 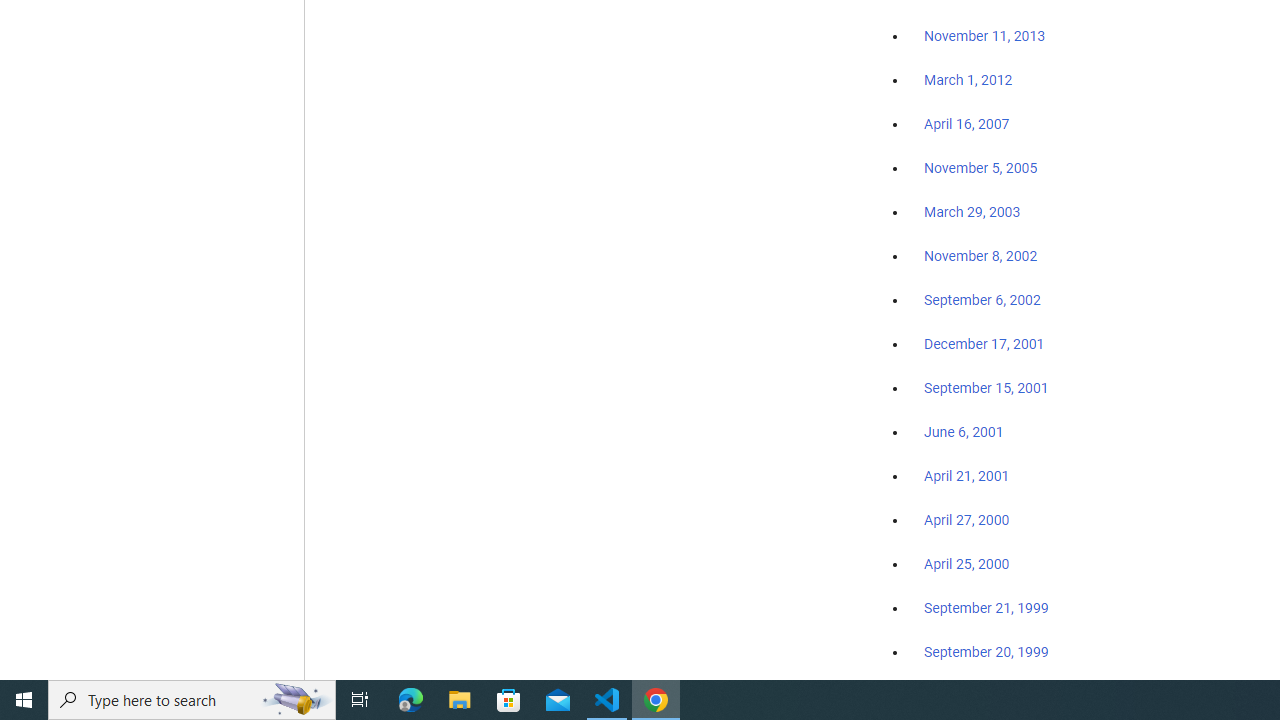 What do you see at coordinates (972, 212) in the screenshot?
I see `'March 29, 2003'` at bounding box center [972, 212].